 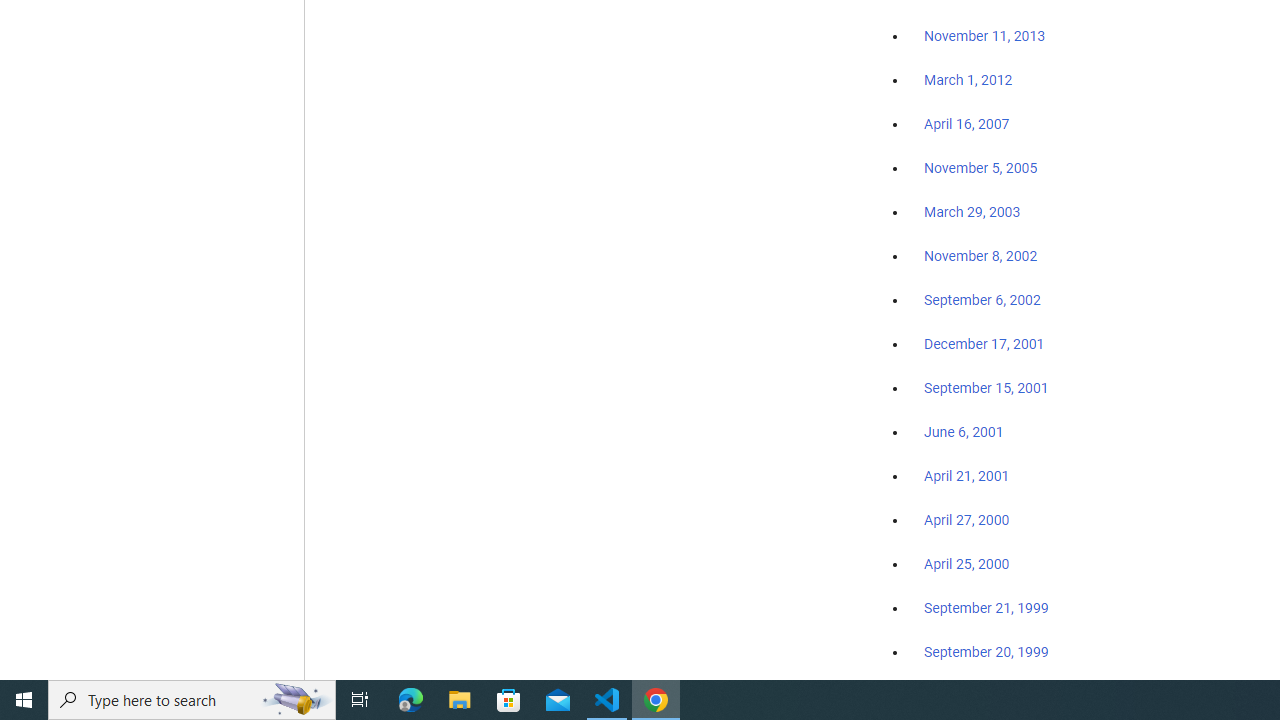 What do you see at coordinates (972, 212) in the screenshot?
I see `'March 29, 2003'` at bounding box center [972, 212].